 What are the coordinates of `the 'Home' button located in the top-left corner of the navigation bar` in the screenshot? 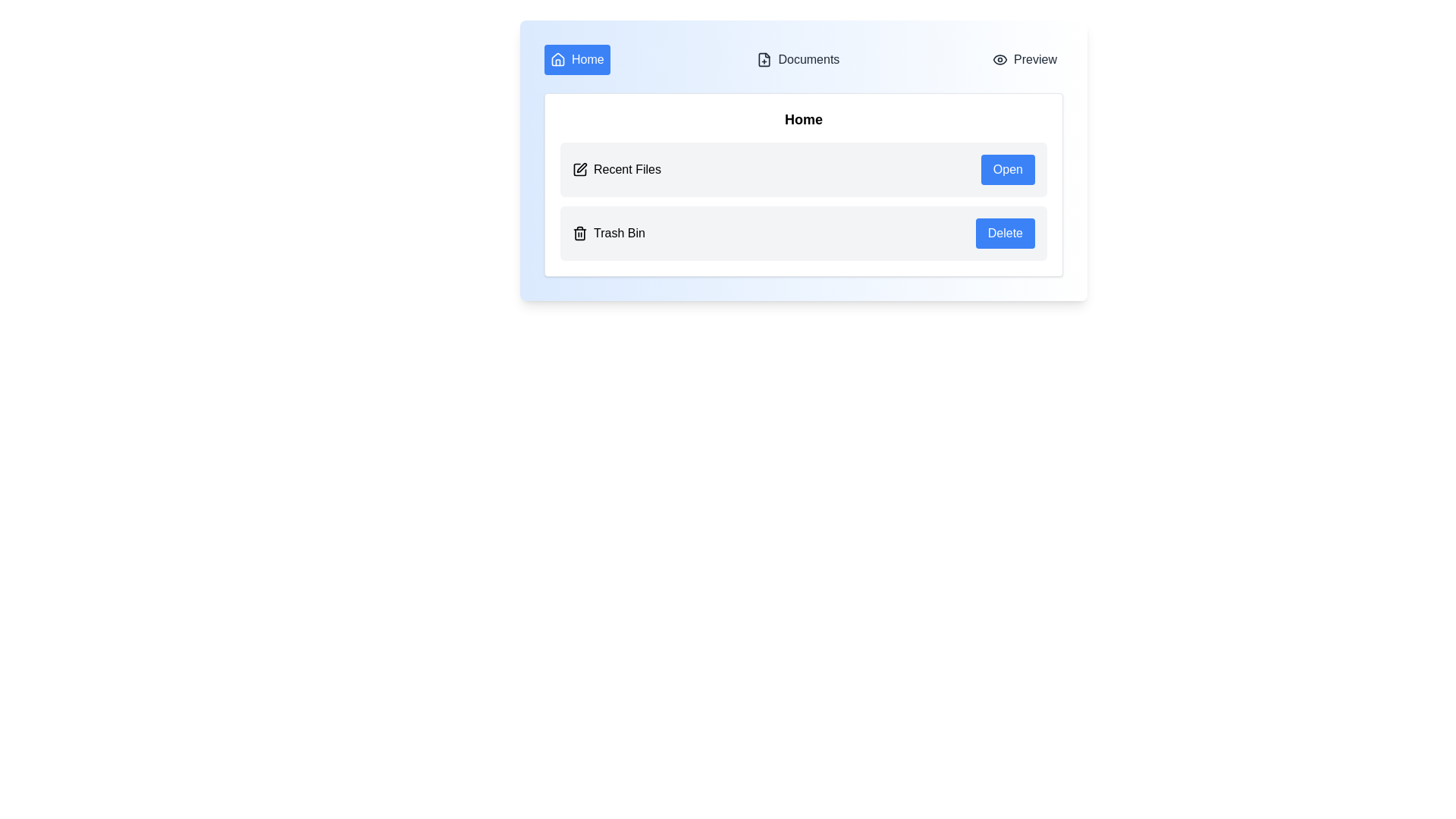 It's located at (576, 58).